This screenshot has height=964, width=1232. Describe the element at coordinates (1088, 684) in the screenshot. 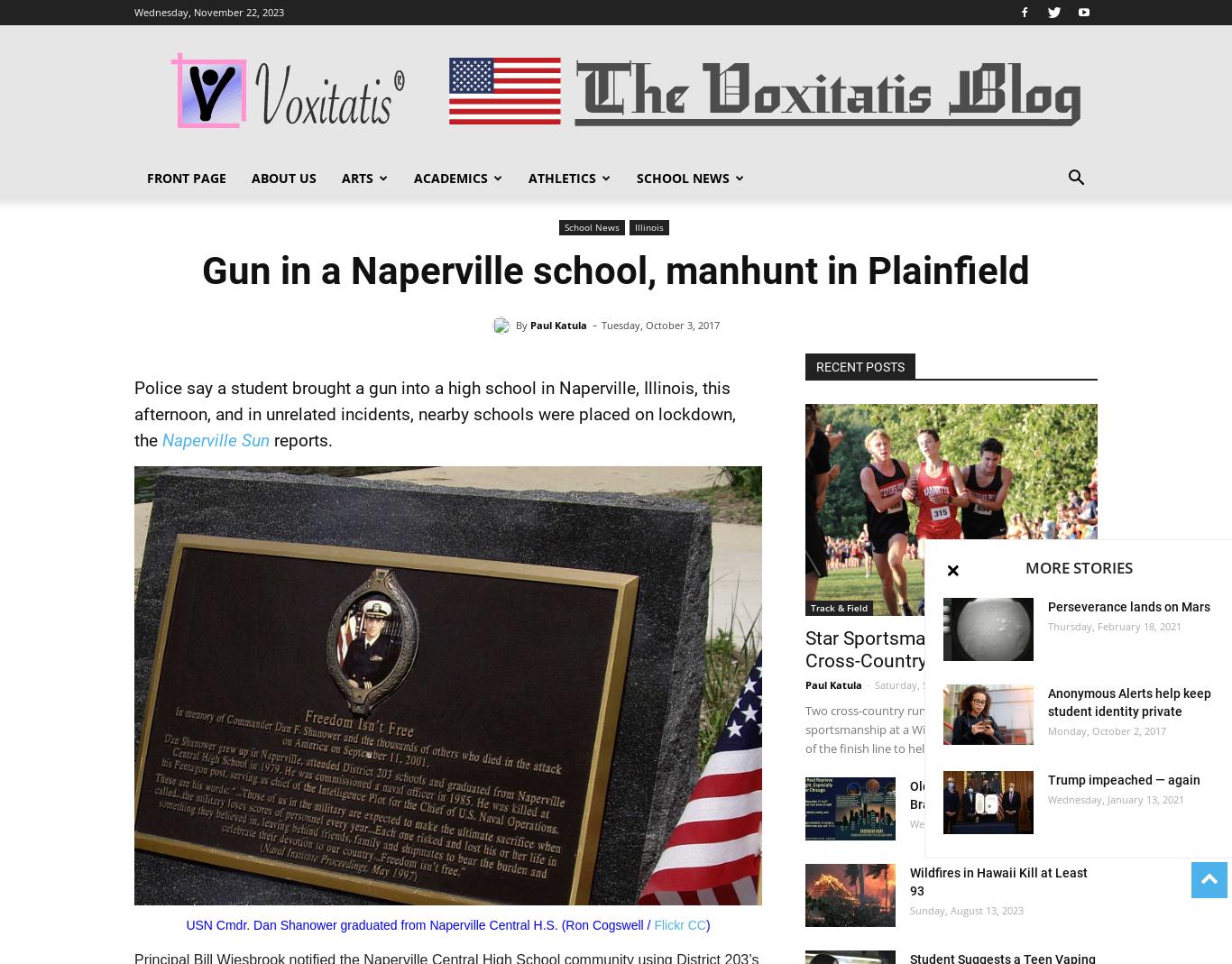

I see `'0'` at that location.